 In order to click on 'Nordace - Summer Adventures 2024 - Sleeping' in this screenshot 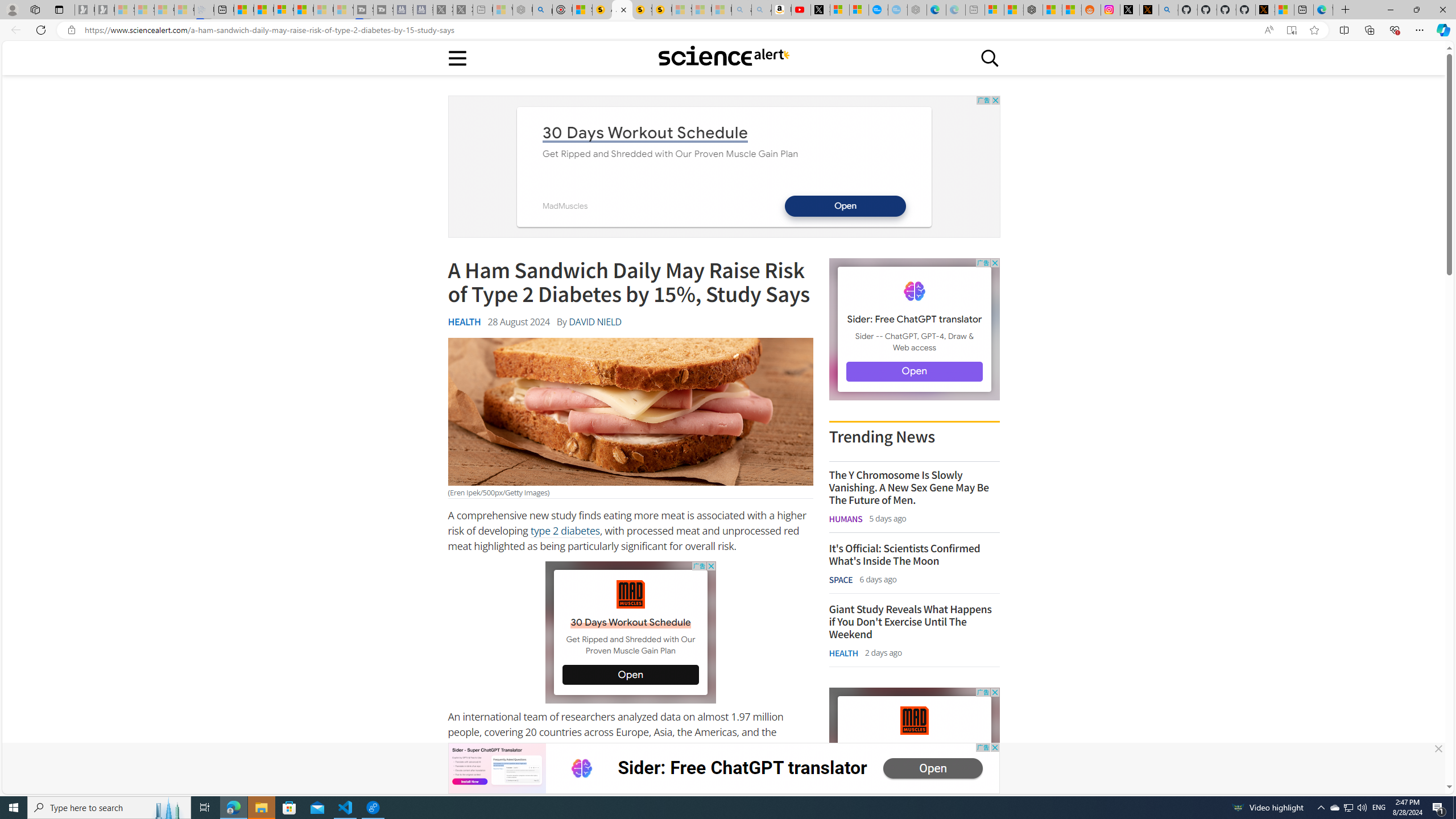, I will do `click(522, 9)`.